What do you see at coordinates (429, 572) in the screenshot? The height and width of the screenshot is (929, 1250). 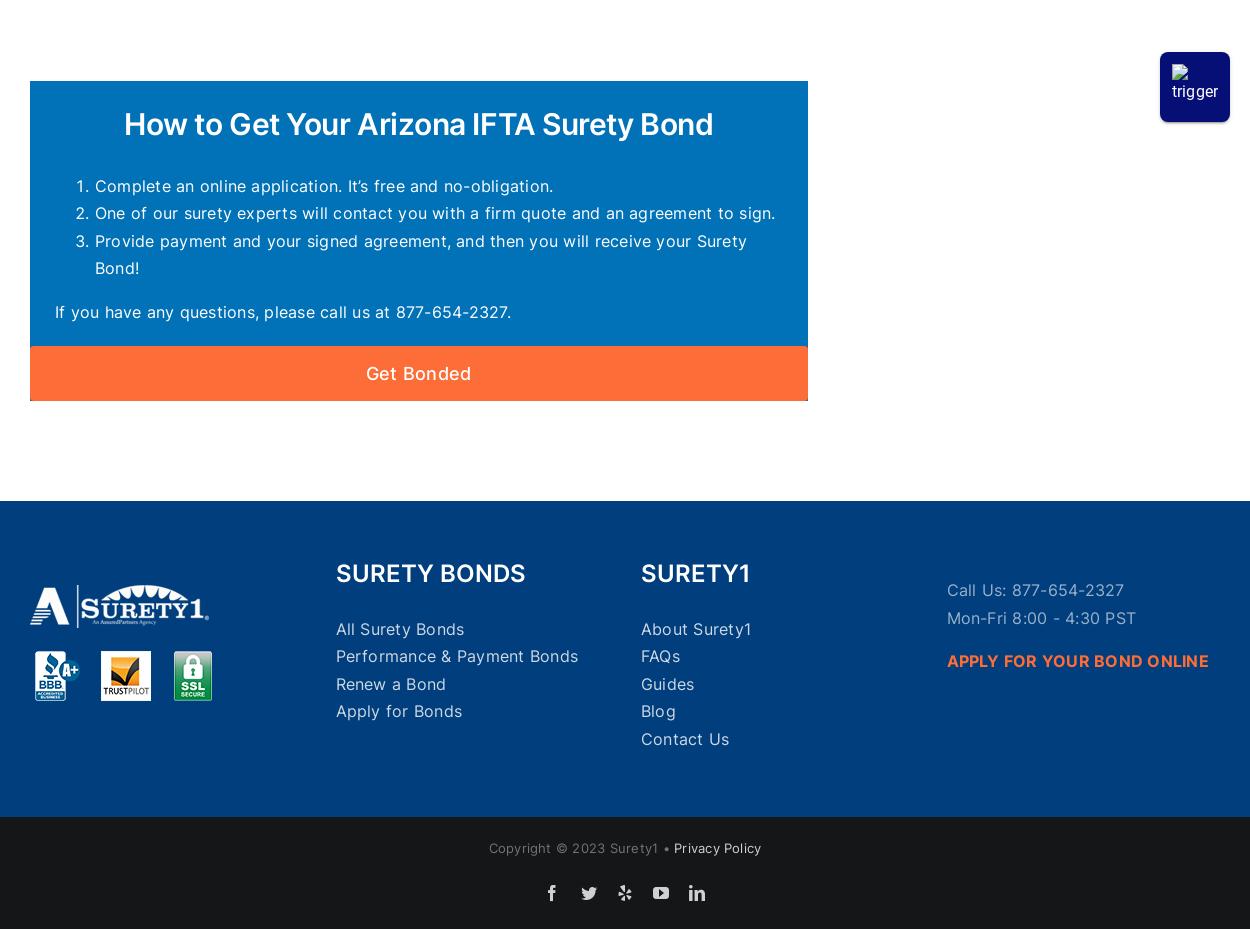 I see `'Surety Bonds'` at bounding box center [429, 572].